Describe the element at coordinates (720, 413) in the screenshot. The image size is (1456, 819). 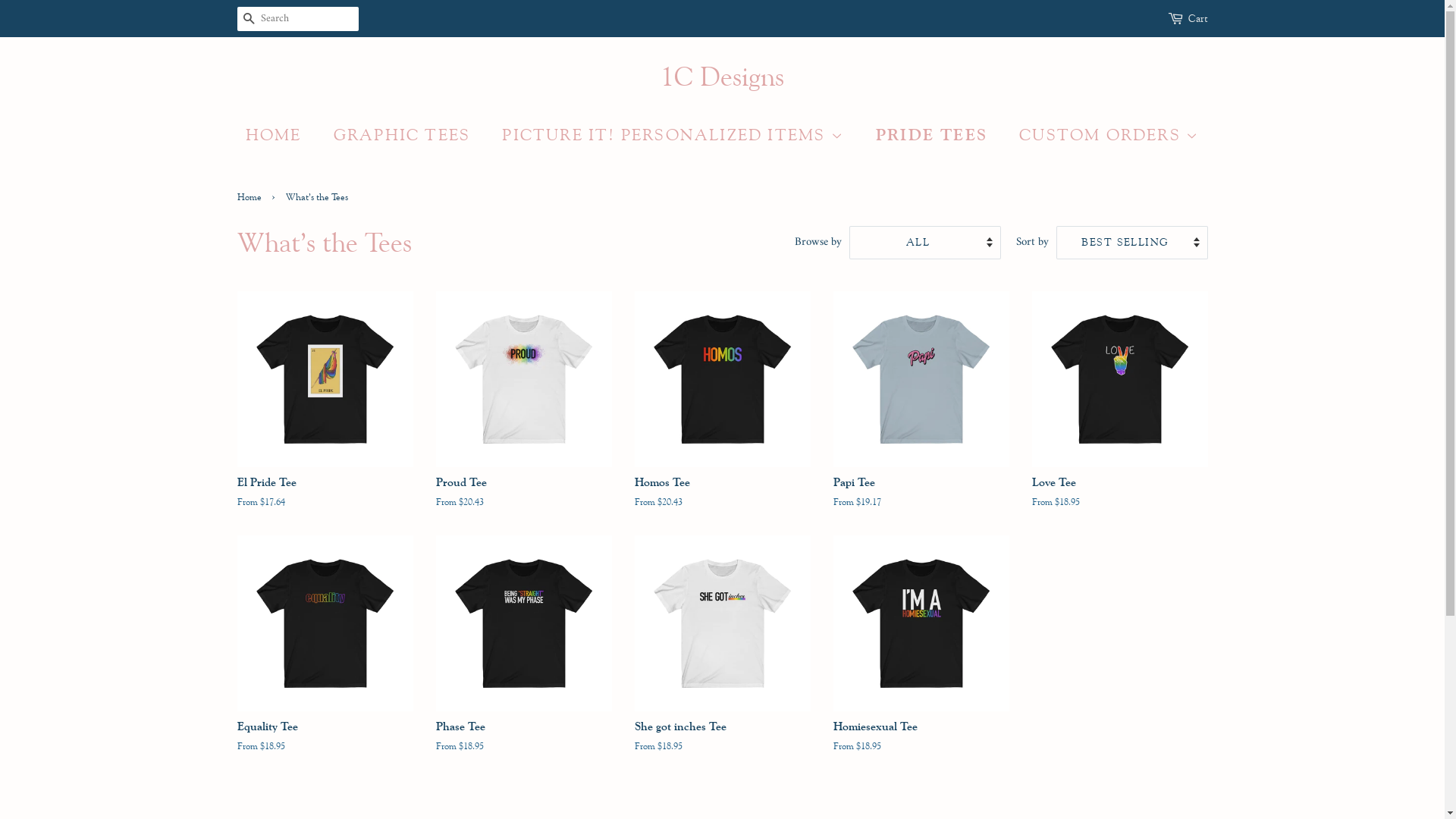
I see `'Homos Tee` at that location.